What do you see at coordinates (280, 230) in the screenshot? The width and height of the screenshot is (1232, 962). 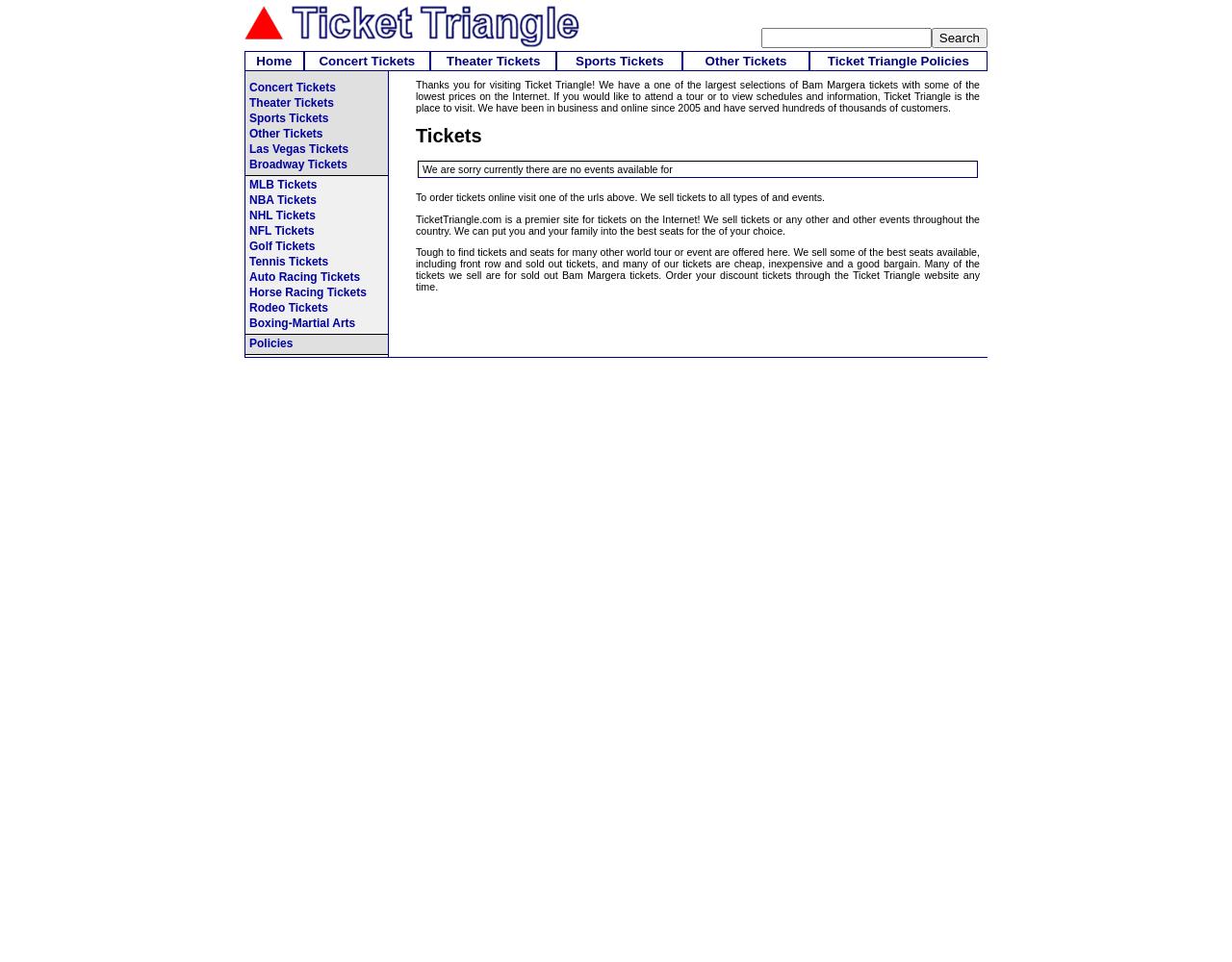 I see `'NFL Tickets'` at bounding box center [280, 230].